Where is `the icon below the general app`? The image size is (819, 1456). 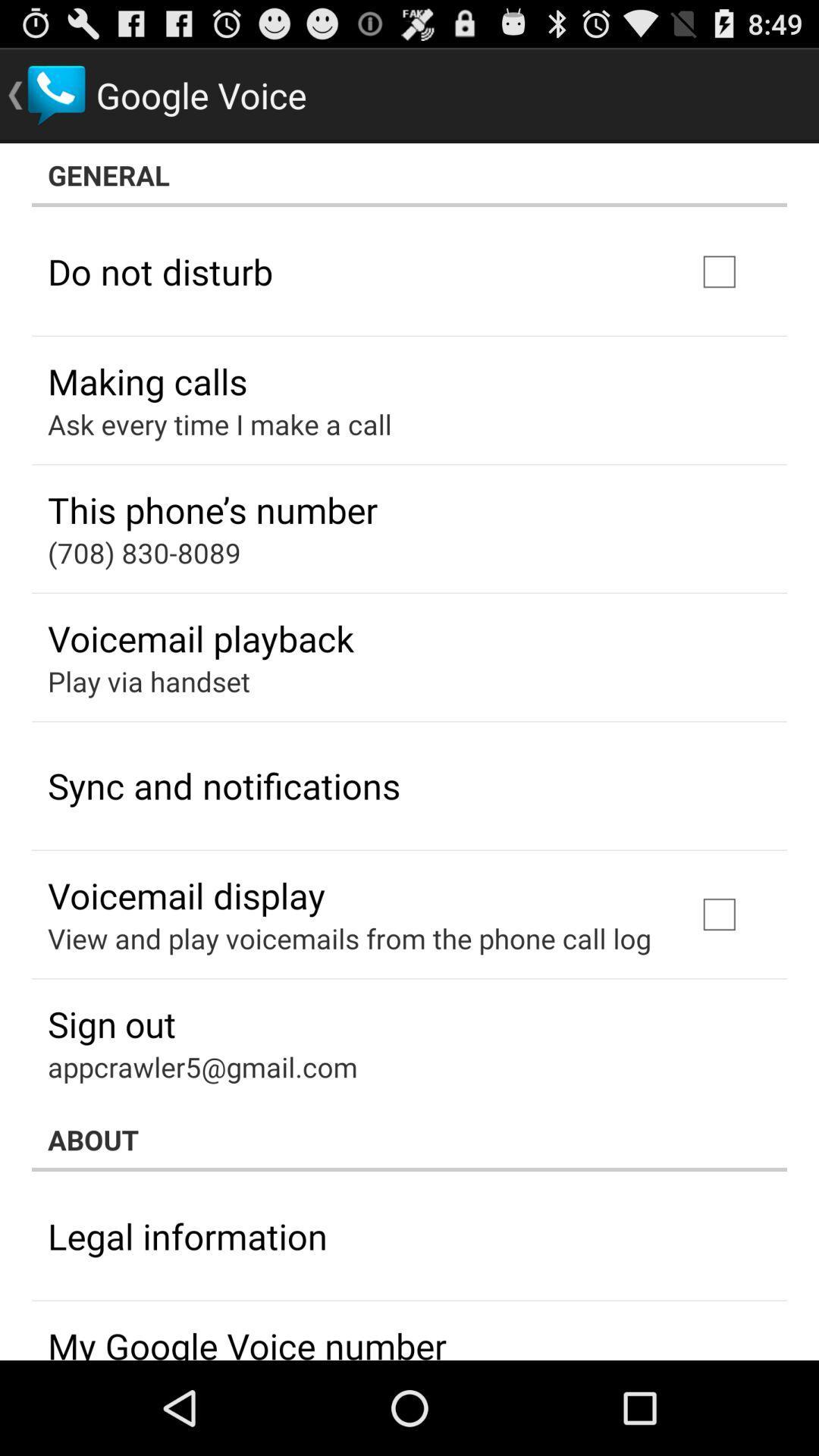 the icon below the general app is located at coordinates (160, 271).